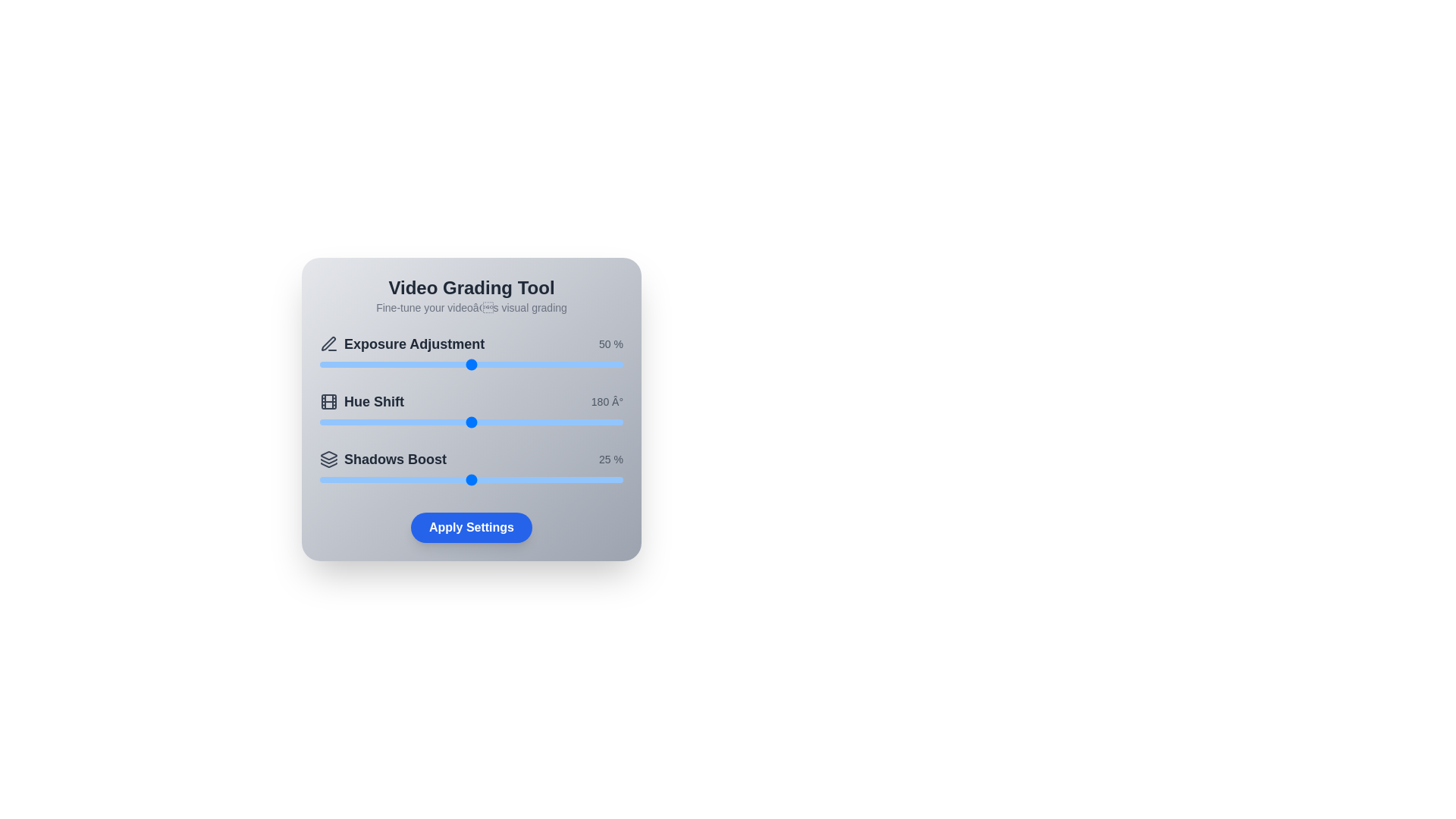  I want to click on the 'Shadows Boost' slider, so click(508, 479).